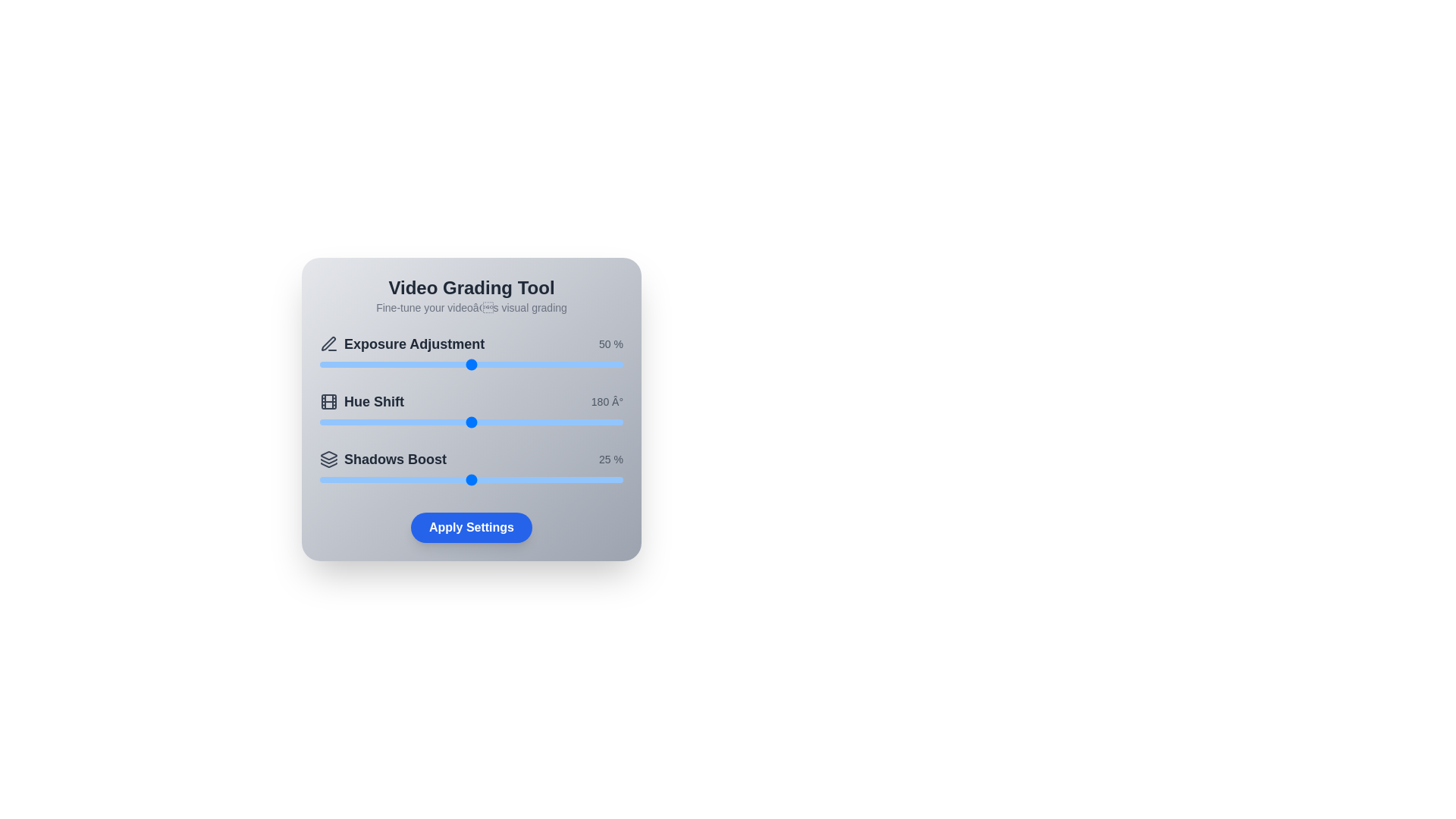  I want to click on the 'Shadows Boost' slider, so click(508, 479).